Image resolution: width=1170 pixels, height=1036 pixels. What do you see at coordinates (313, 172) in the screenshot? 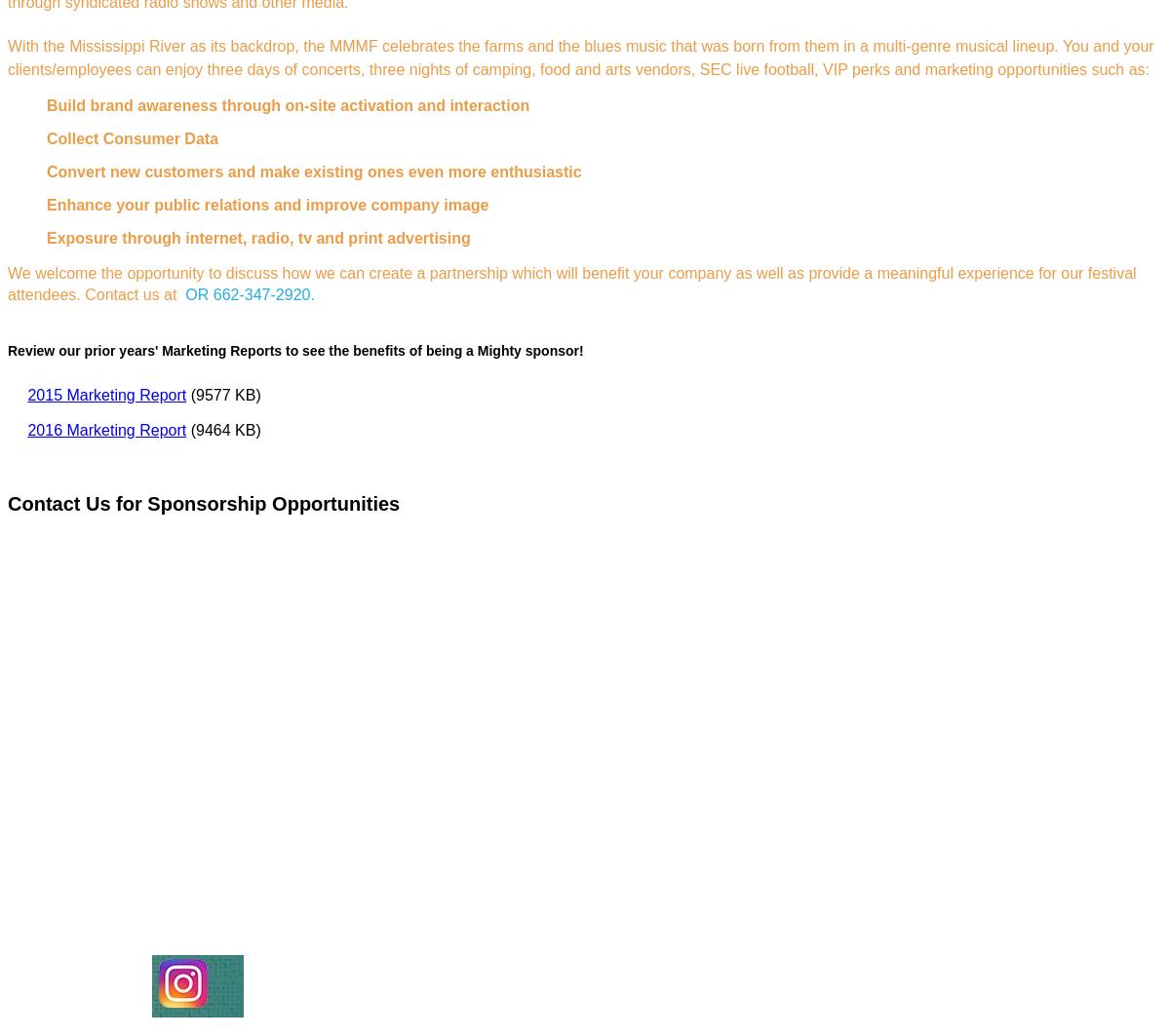
I see `'Convert new customers and make existing ones even more enthusiastic'` at bounding box center [313, 172].